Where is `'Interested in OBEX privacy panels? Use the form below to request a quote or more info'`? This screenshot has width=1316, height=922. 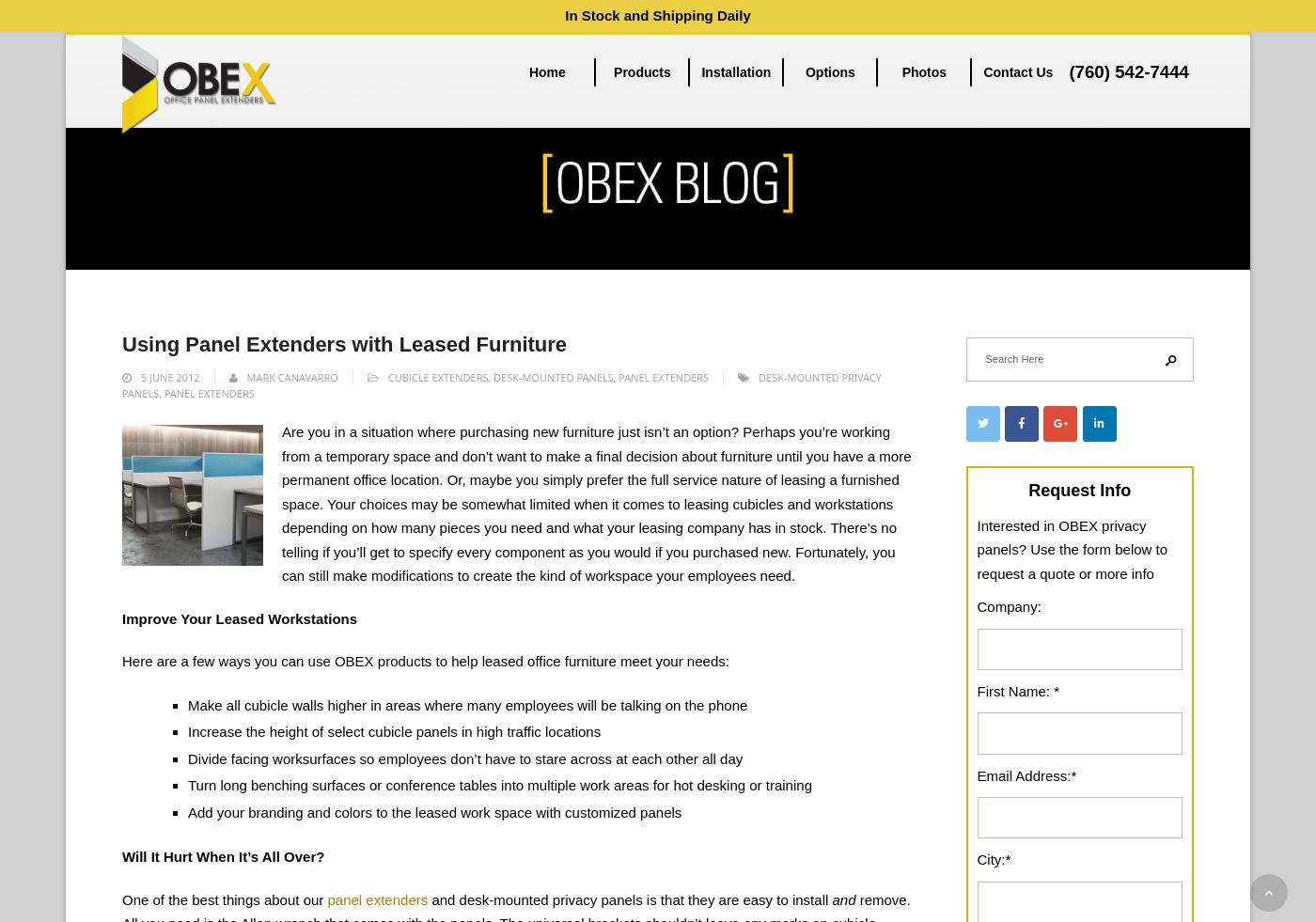
'Interested in OBEX privacy panels? Use the form below to request a quote or more info' is located at coordinates (1072, 548).